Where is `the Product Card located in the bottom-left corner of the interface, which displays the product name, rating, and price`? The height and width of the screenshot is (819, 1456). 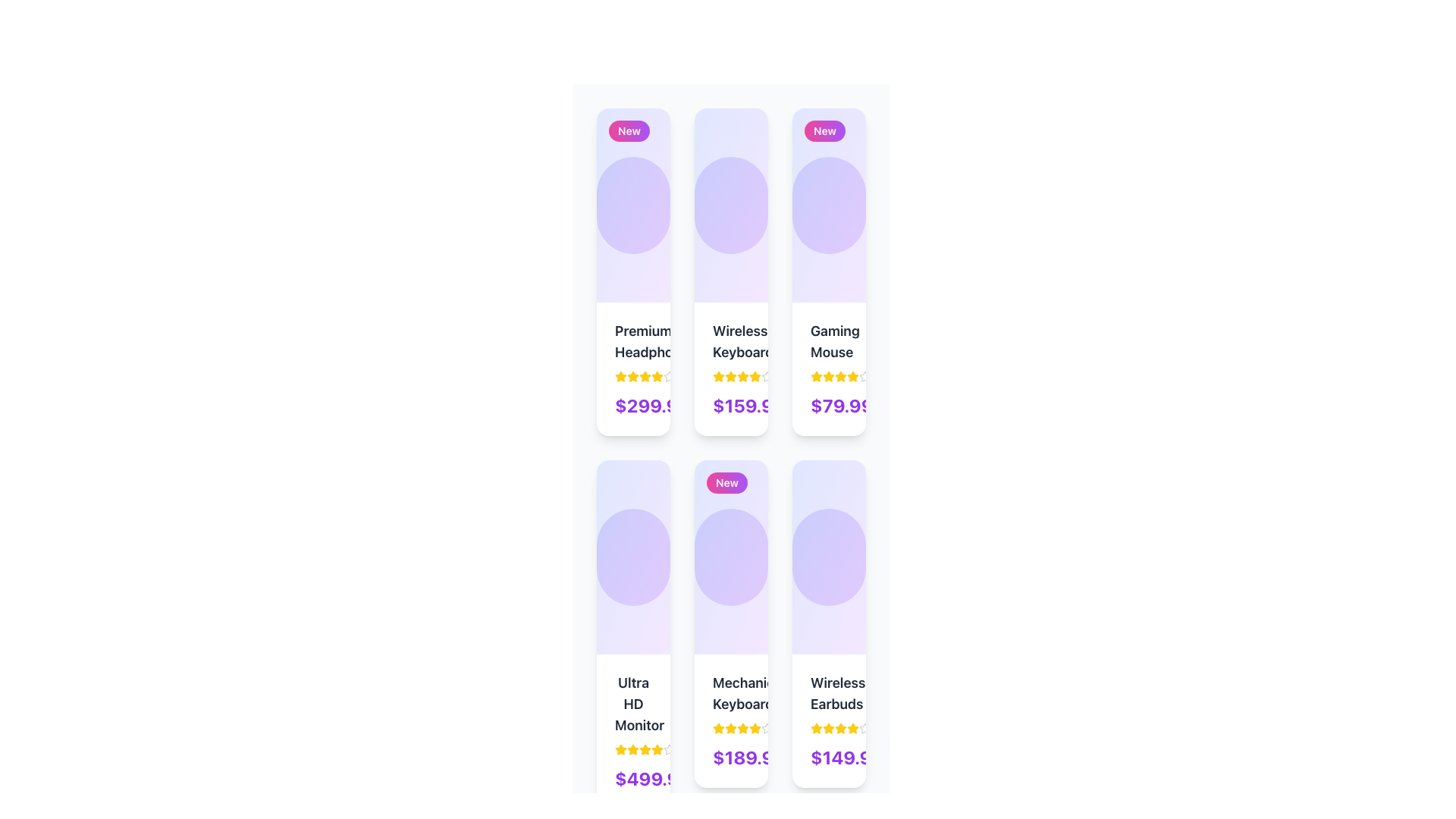
the Product Card located in the bottom-left corner of the interface, which displays the product name, rating, and price is located at coordinates (633, 730).